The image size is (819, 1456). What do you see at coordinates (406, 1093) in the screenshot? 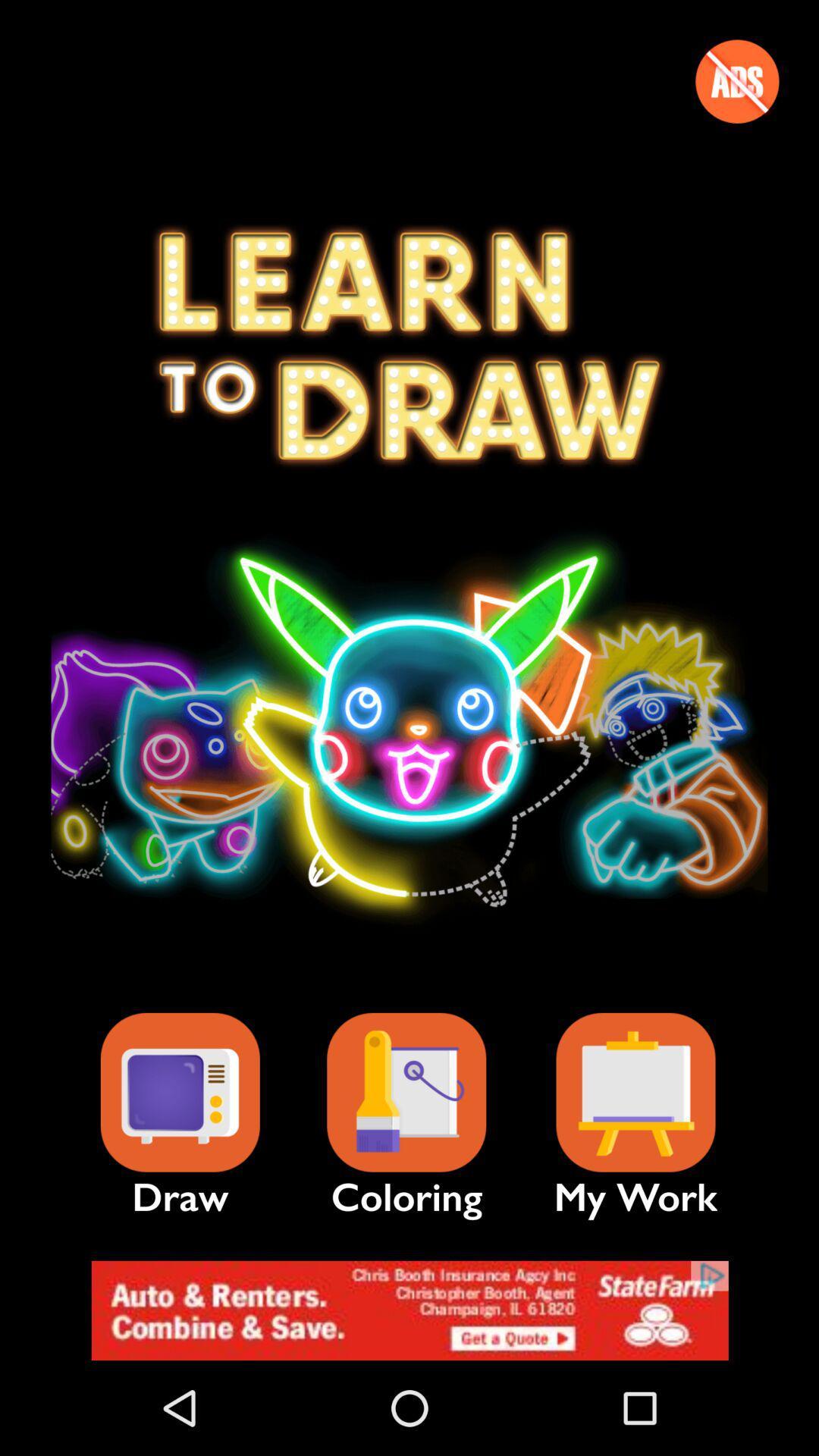
I see `icon next to the my work` at bounding box center [406, 1093].